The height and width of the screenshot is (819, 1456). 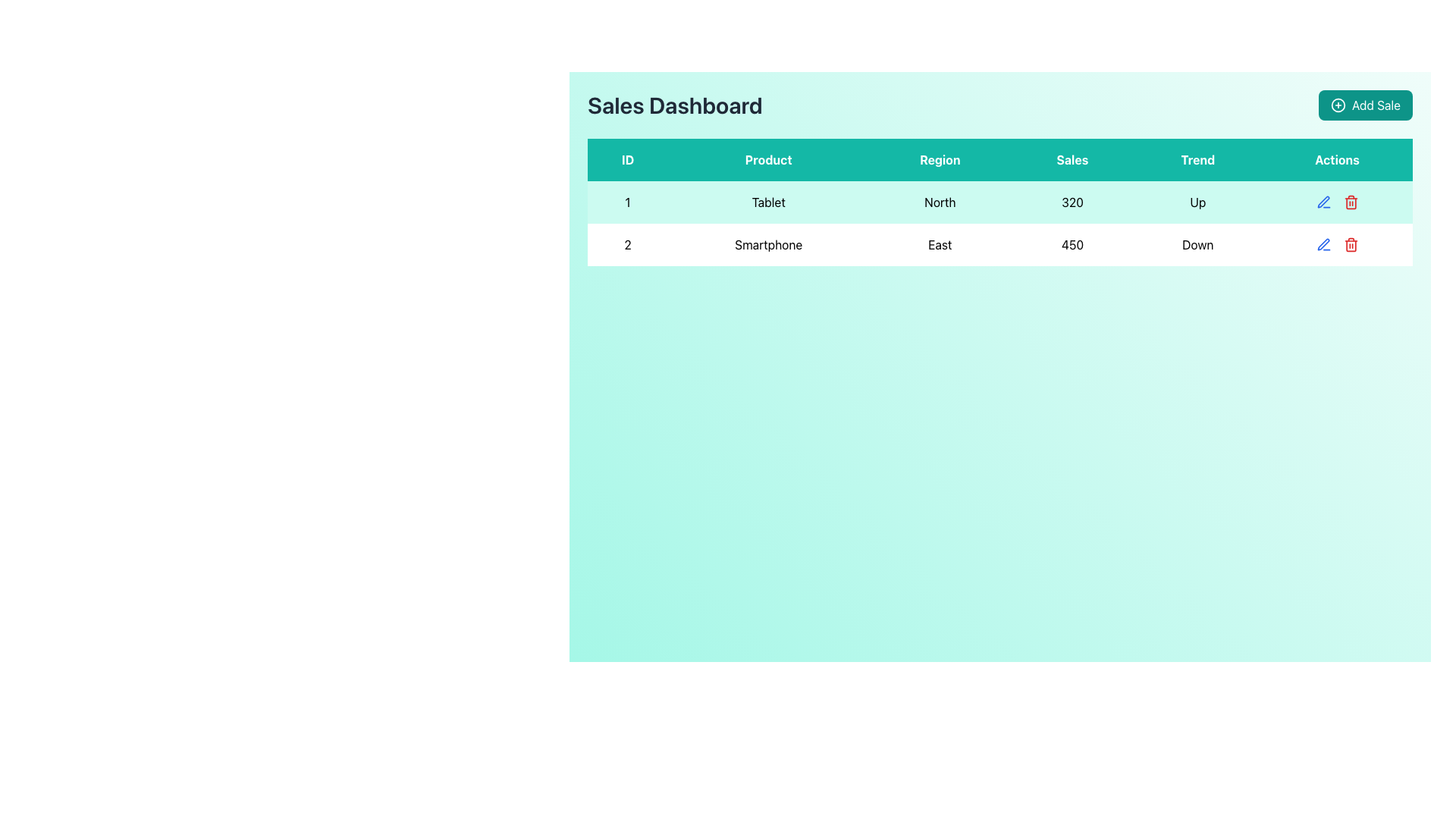 I want to click on the second row of the data table that contains specific information about a record, including ID, product name, region, sales amount, and trend, so click(x=1000, y=244).